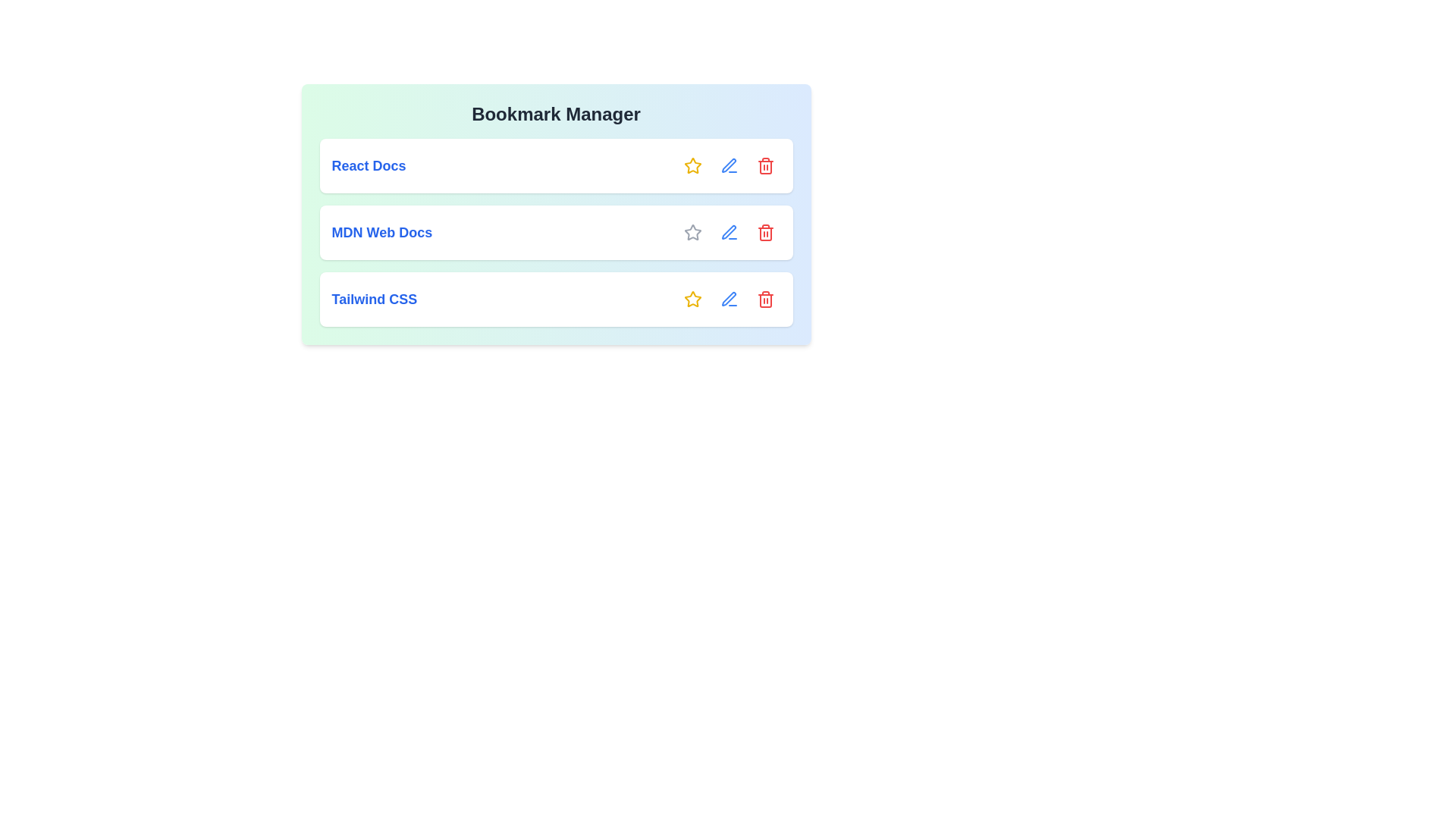  I want to click on the interactive element MDN Web Docs Star to reveal its hover state, so click(692, 233).